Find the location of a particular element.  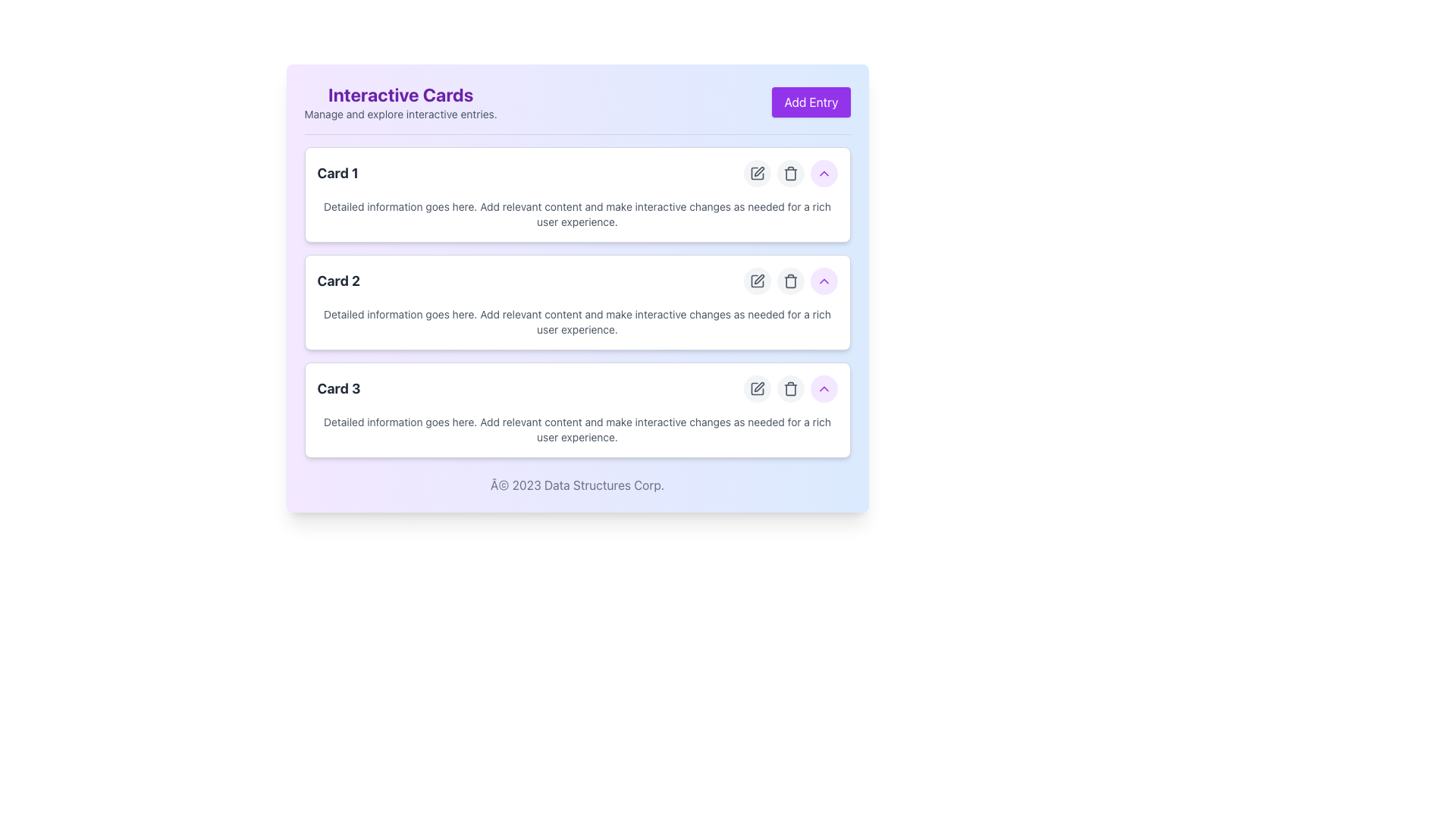

information displayed on the Card component labeled 'Card 2', which is the second card in the 'Interactive Cards' section is located at coordinates (576, 302).